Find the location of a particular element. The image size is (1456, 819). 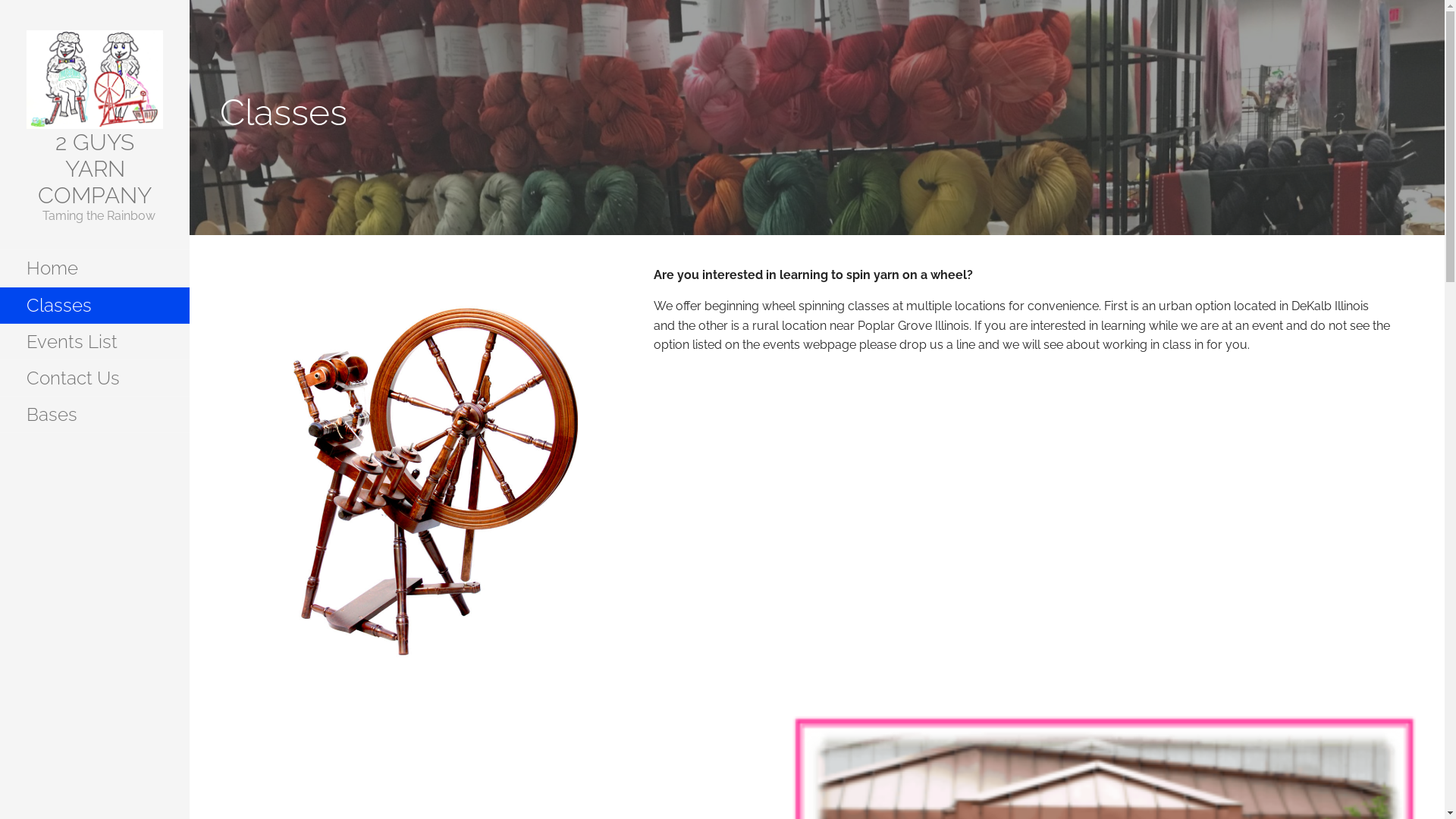

'2 GUYS YARN COMPANY' is located at coordinates (93, 168).